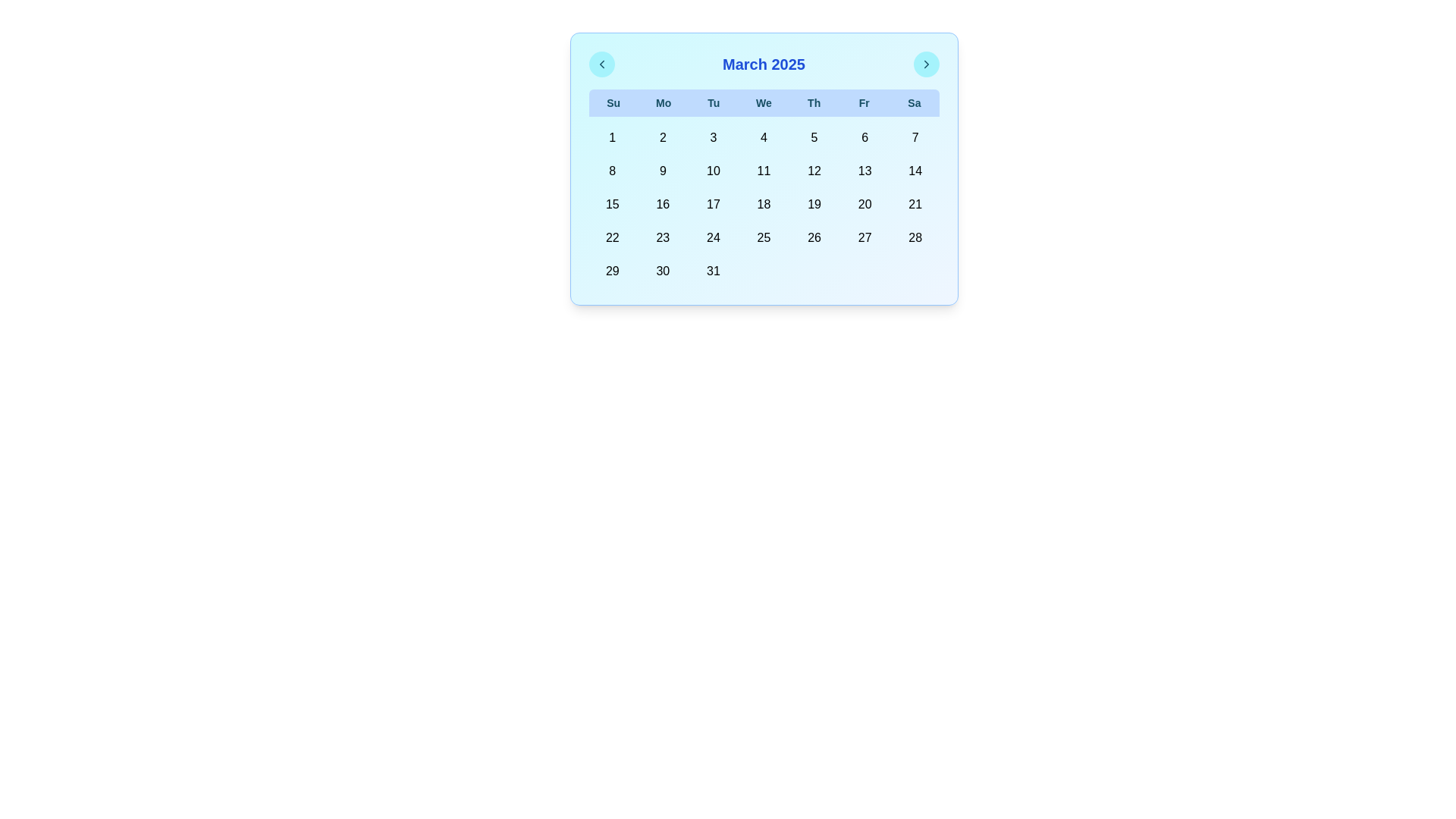 The width and height of the screenshot is (1456, 819). Describe the element at coordinates (864, 237) in the screenshot. I see `the interactive calendar cell displaying the date '27'` at that location.